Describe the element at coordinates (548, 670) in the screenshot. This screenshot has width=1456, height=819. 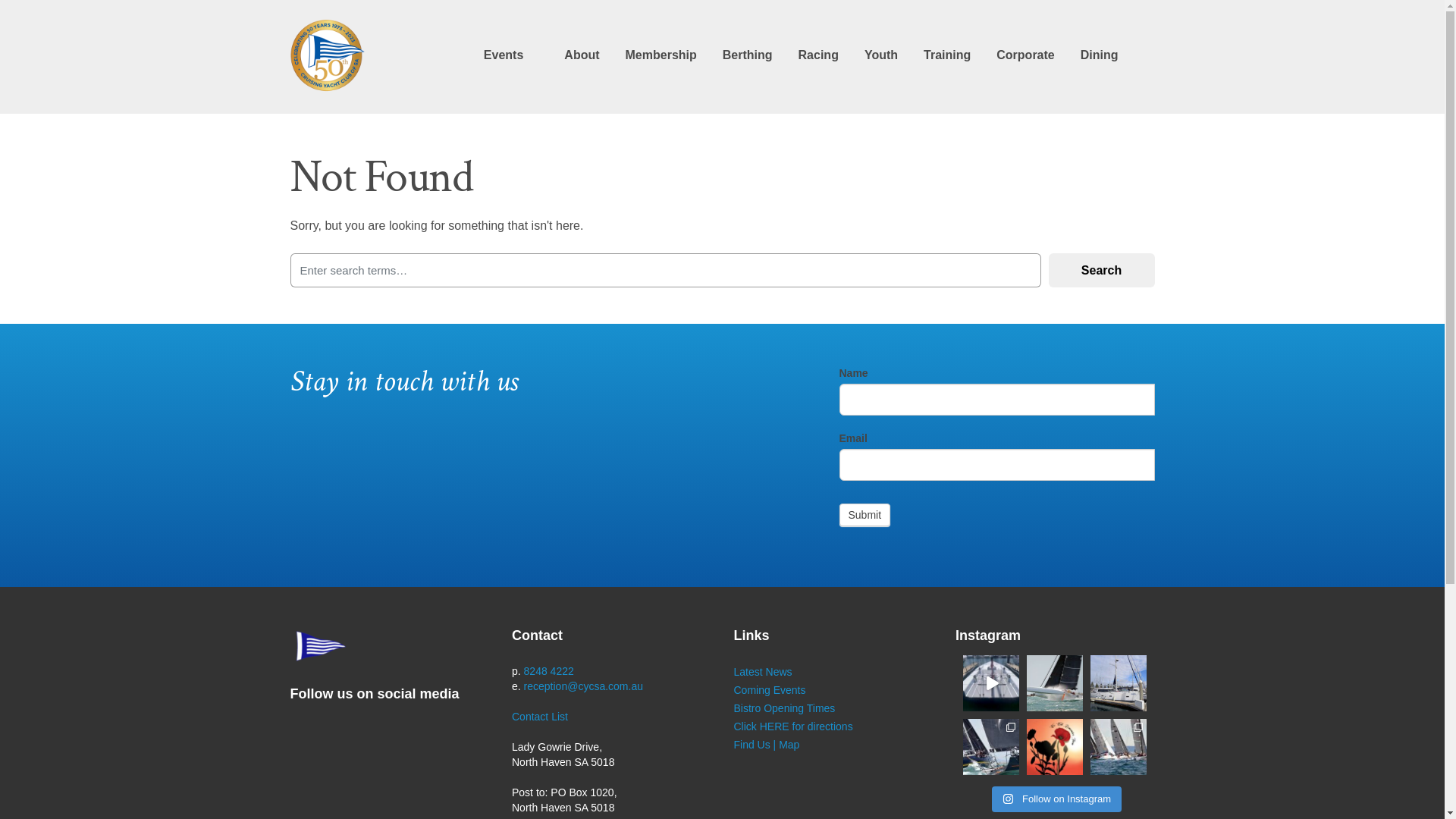
I see `'8248 4222'` at that location.